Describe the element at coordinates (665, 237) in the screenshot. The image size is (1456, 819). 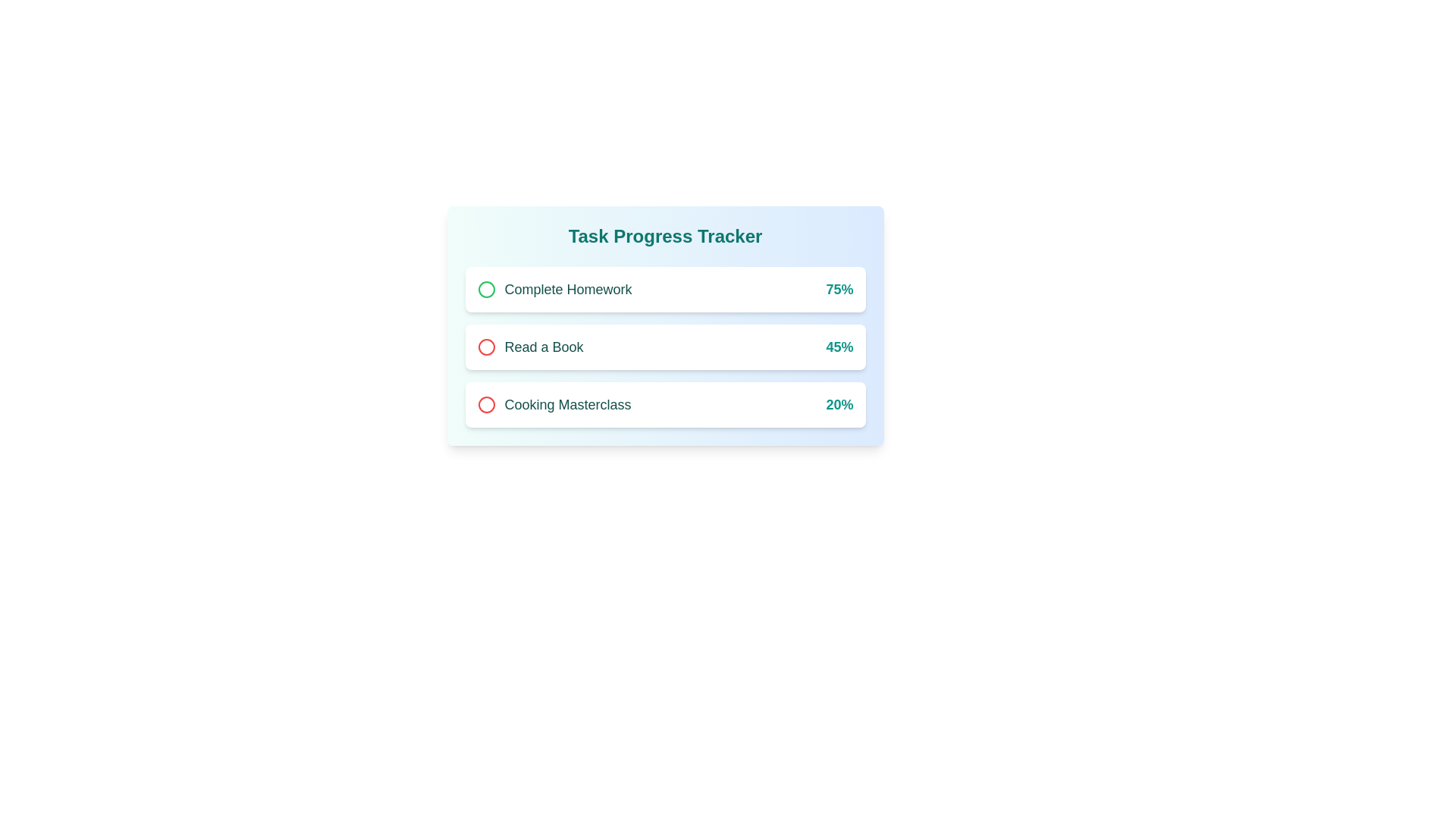
I see `text header displaying 'Task Progress Tracker', which is bold and teal-colored, located at the top of the card component` at that location.